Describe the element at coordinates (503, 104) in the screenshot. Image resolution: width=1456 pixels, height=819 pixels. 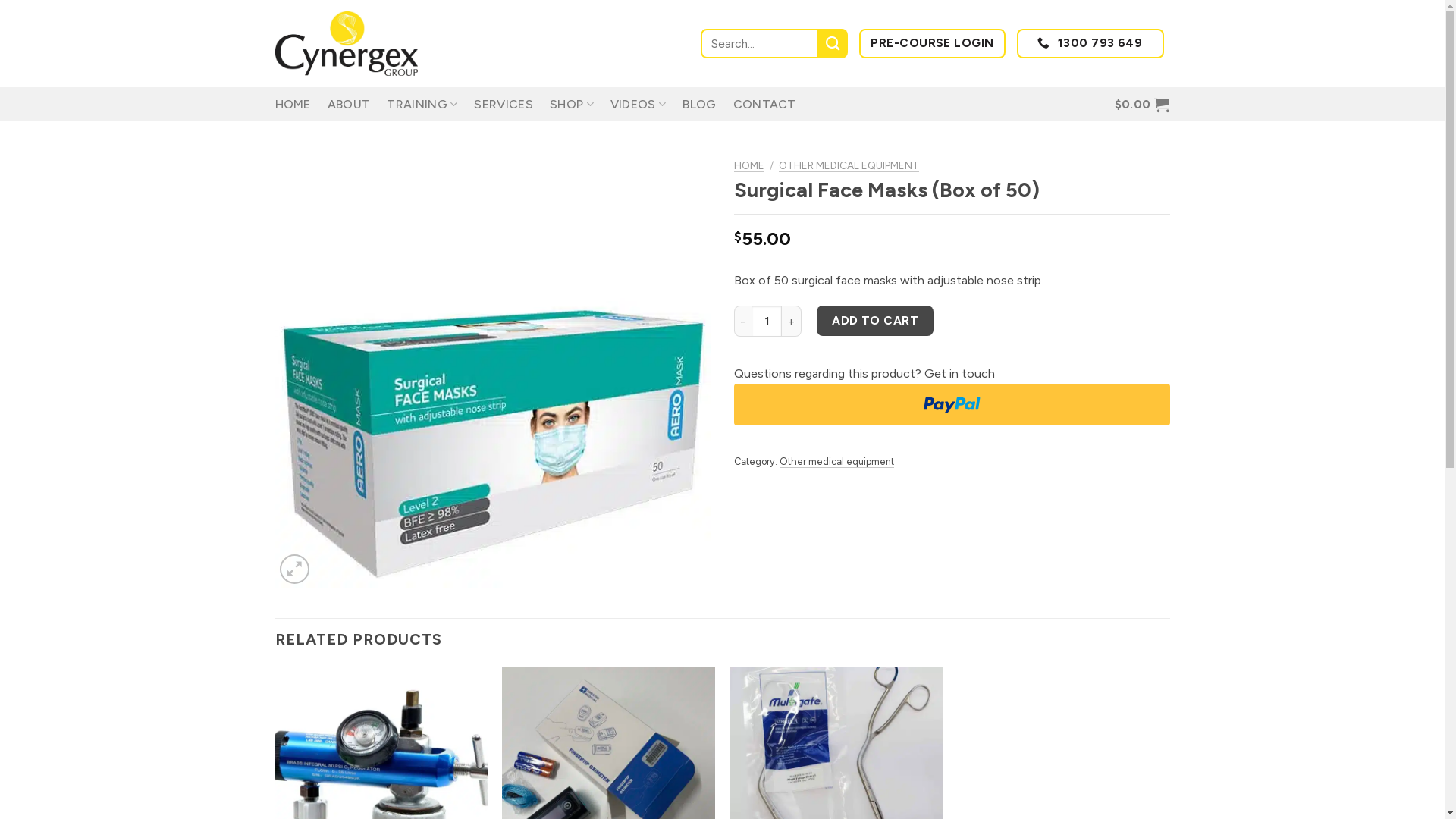
I see `'SERVICES'` at that location.